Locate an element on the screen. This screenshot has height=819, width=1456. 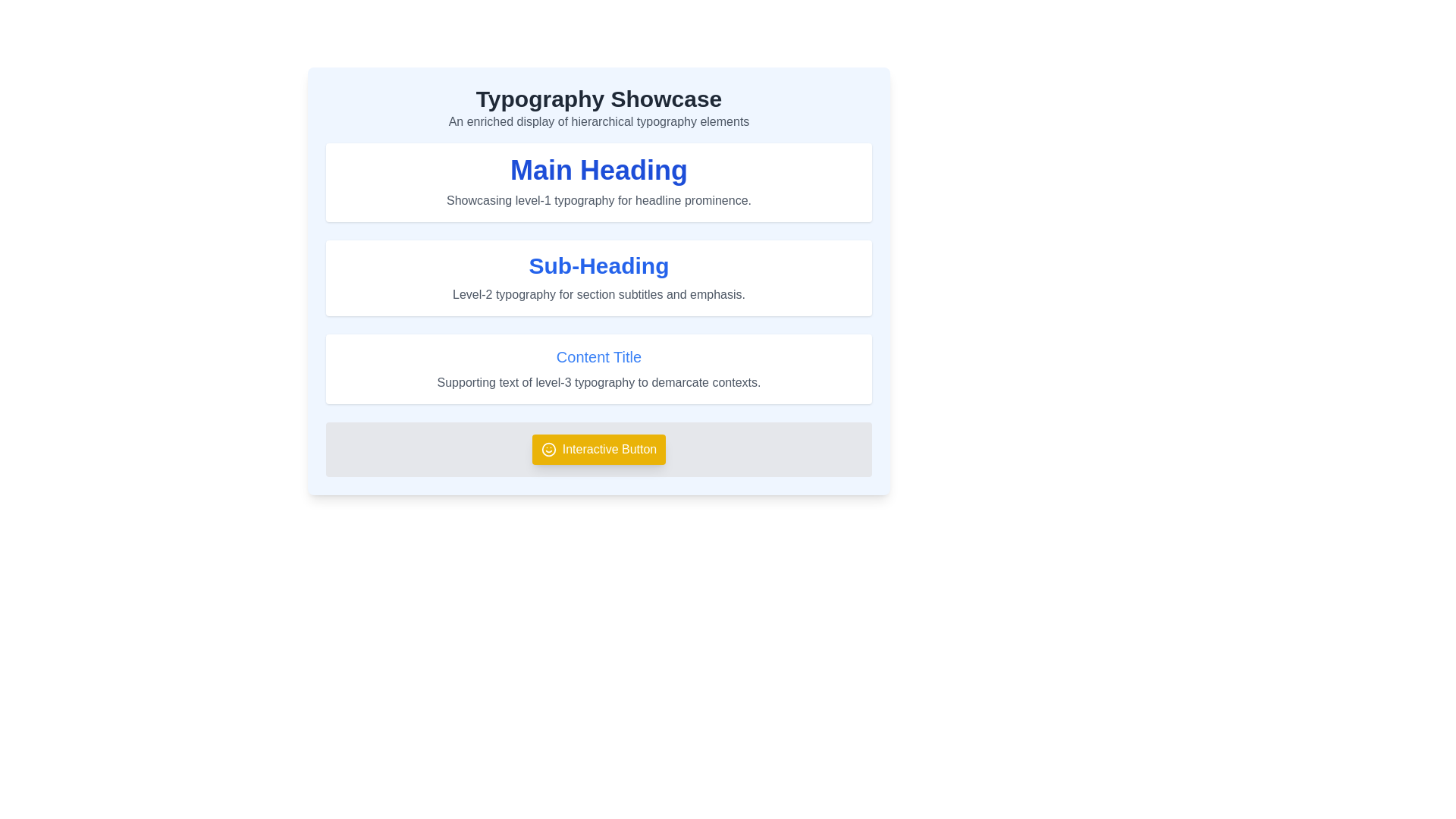
textual information of the descriptive label that reads 'Showcasing level-1 typography for headline prominence.' positioned below the main heading is located at coordinates (598, 200).